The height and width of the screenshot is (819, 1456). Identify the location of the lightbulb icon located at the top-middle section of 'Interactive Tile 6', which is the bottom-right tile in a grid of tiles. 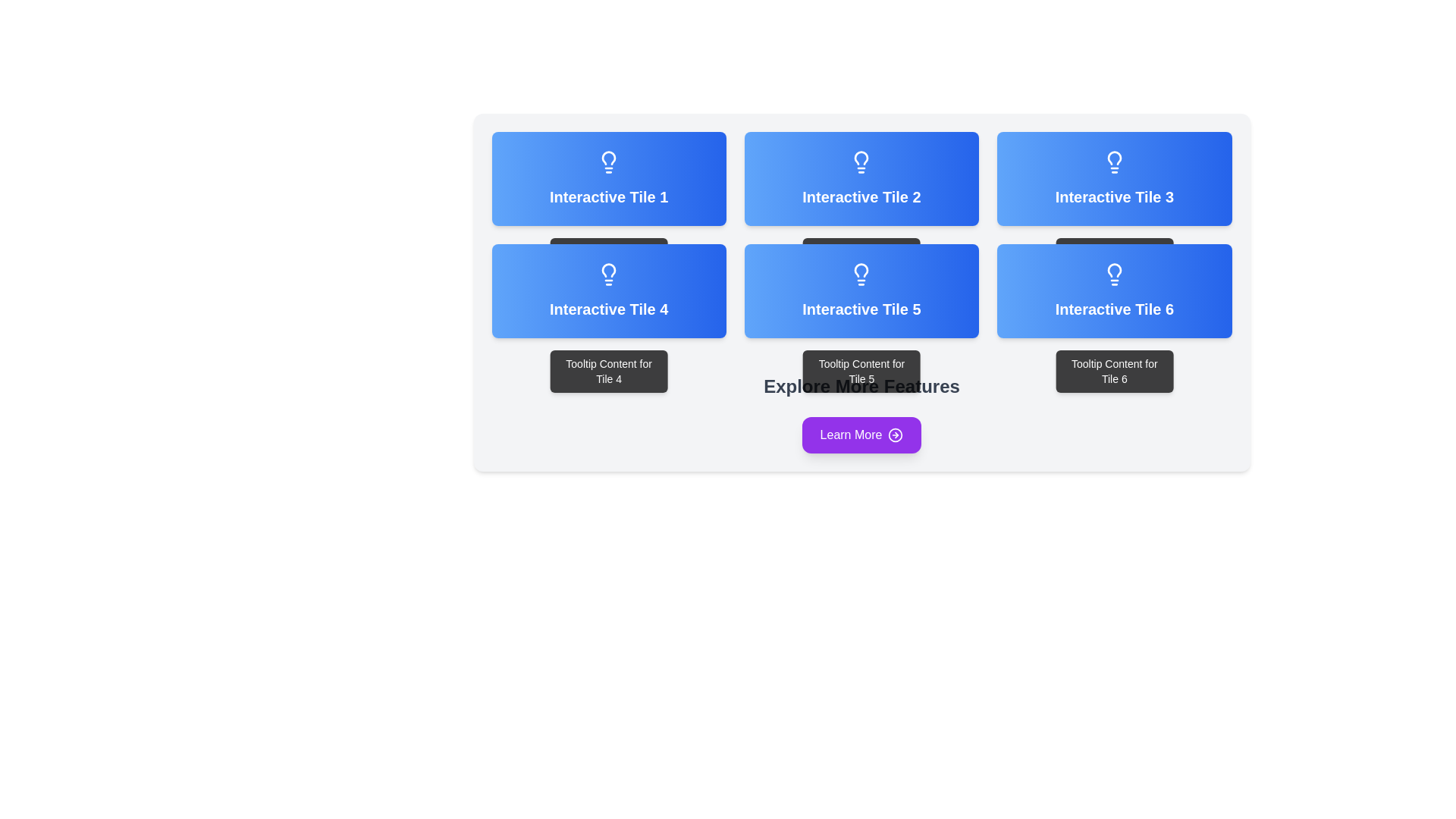
(1114, 275).